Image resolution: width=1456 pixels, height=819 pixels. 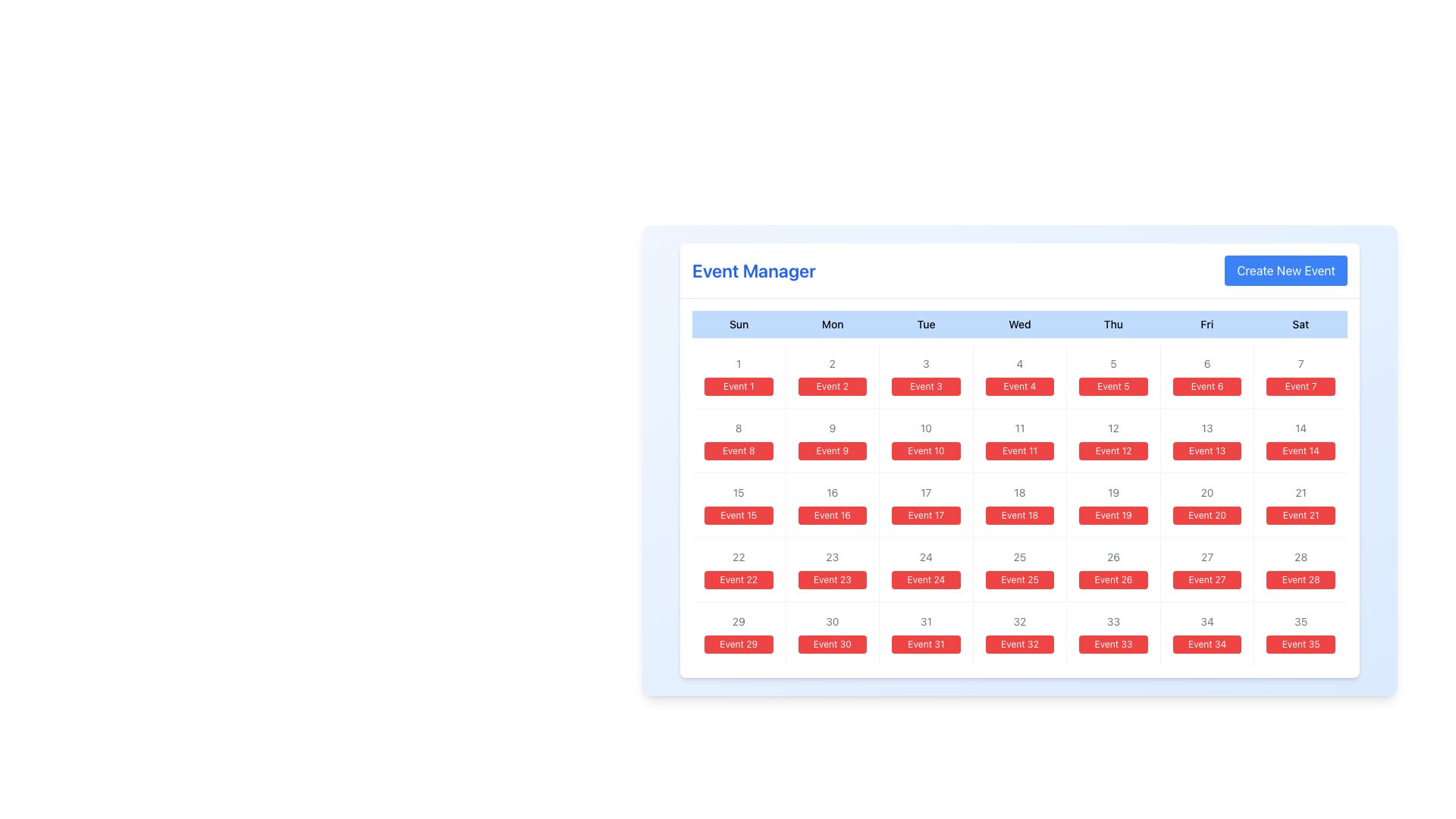 What do you see at coordinates (1113, 363) in the screenshot?
I see `the text label indicating the date for the calendar cell corresponding to Thursday, located above the 'Event 5' button` at bounding box center [1113, 363].